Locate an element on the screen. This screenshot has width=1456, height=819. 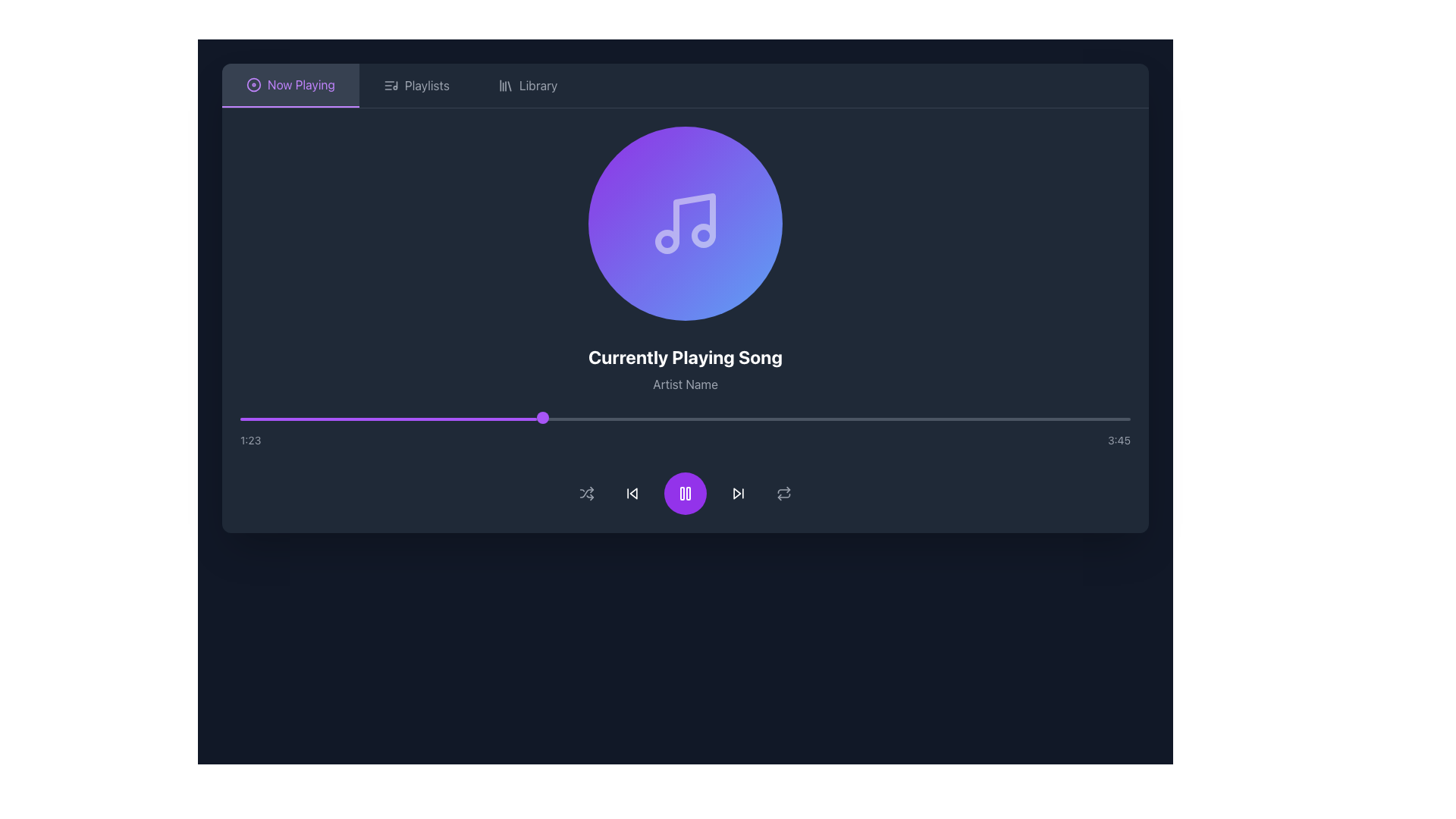
the repeat icon button, which is the rightmost icon in a horizontal row of controls at the bottom-center of the interface is located at coordinates (783, 494).